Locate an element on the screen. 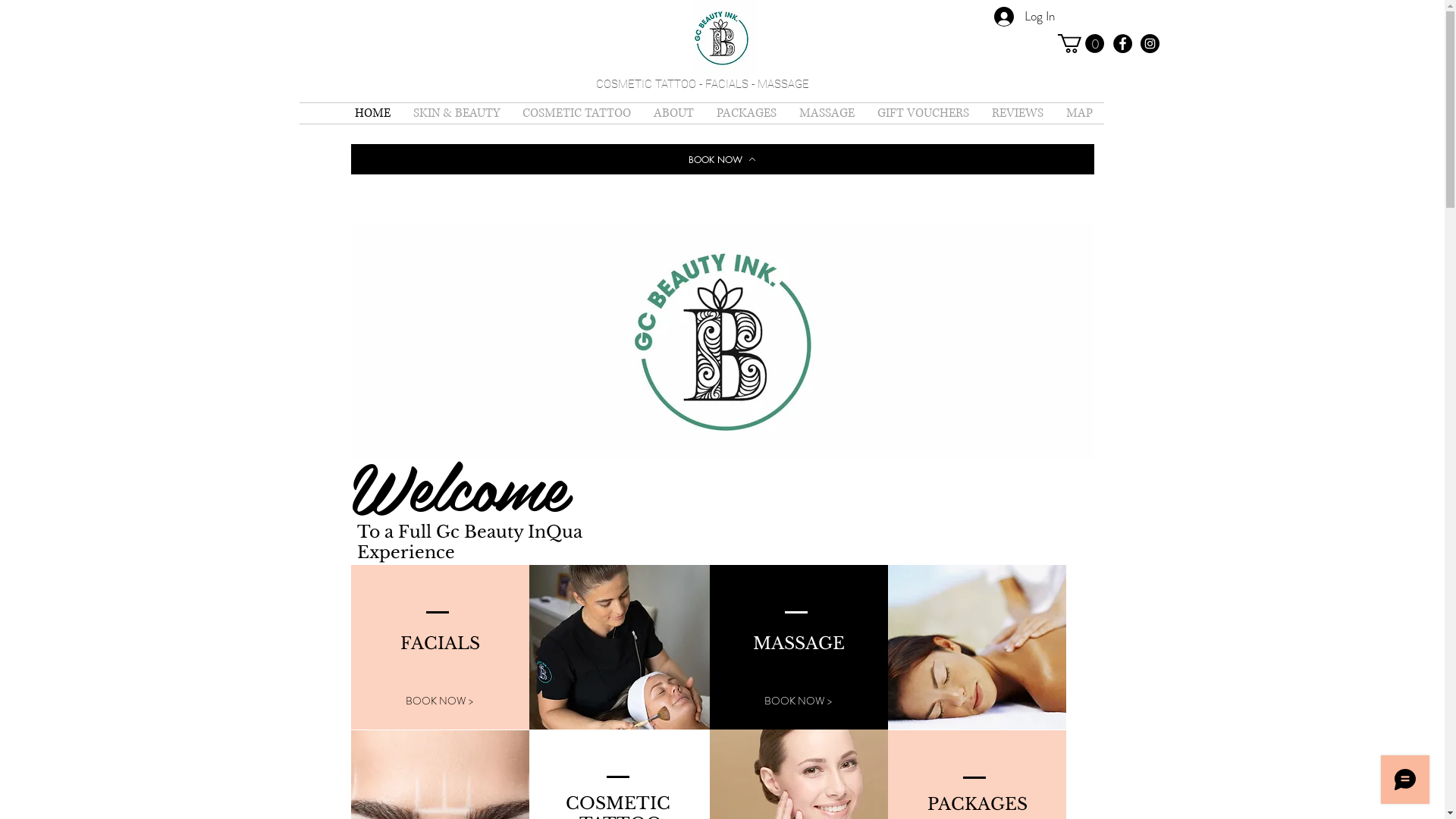 Image resolution: width=1456 pixels, height=819 pixels. 'REVIEWS' is located at coordinates (1016, 112).